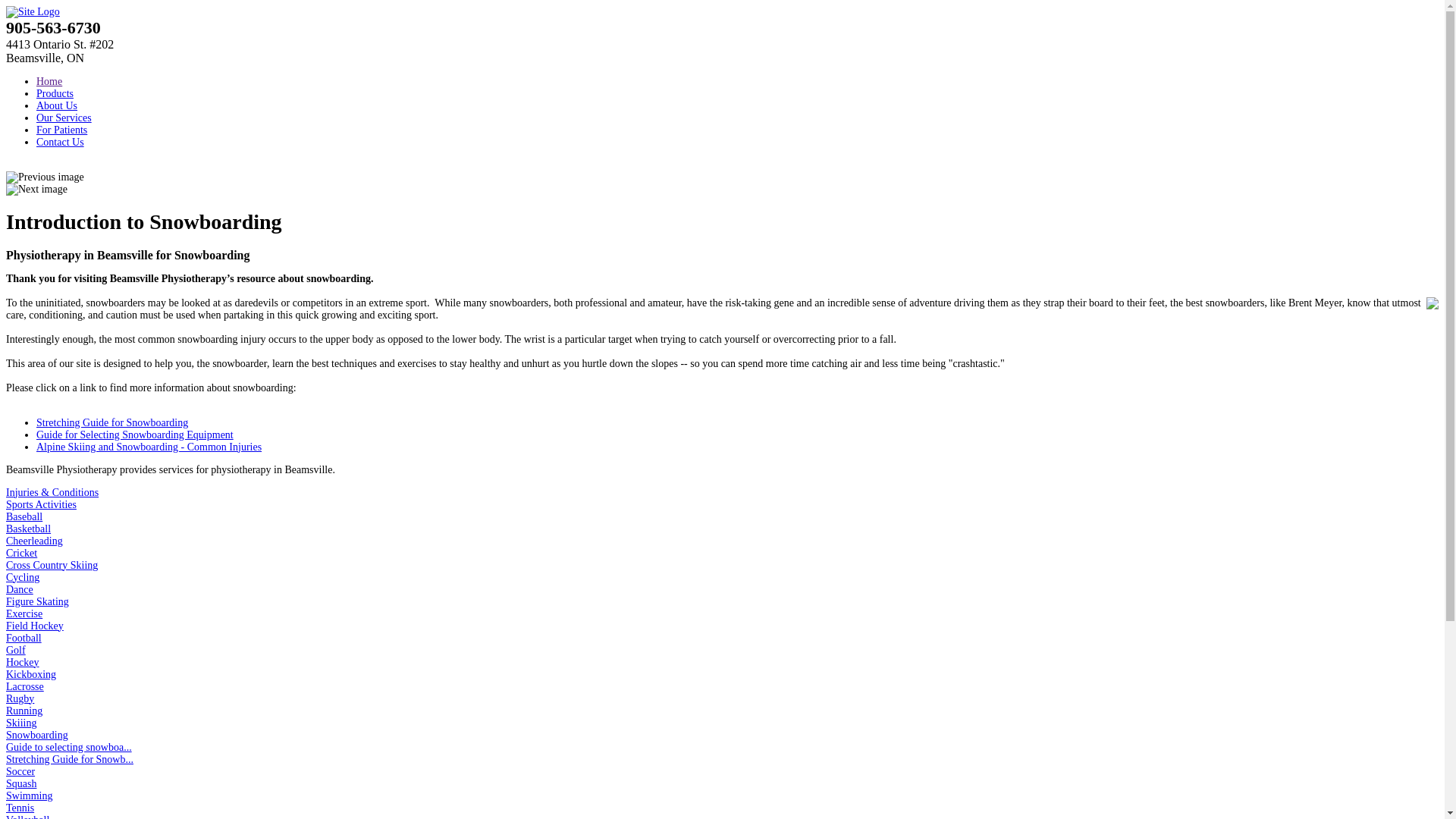 The height and width of the screenshot is (819, 1456). What do you see at coordinates (41, 504) in the screenshot?
I see `'Sports Activities'` at bounding box center [41, 504].